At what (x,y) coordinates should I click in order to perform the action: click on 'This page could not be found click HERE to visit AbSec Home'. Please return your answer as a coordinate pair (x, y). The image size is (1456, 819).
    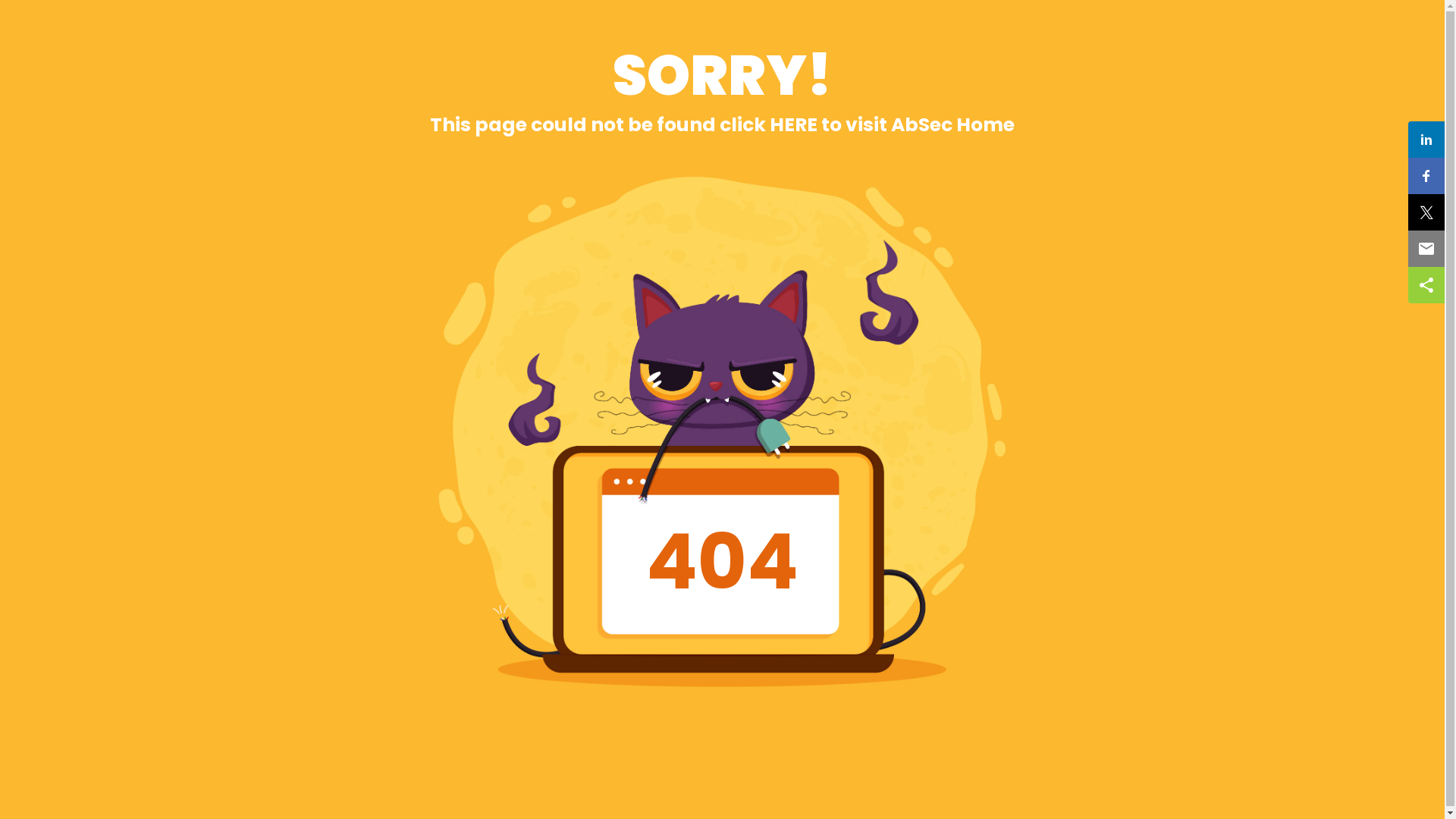
    Looking at the image, I should click on (721, 124).